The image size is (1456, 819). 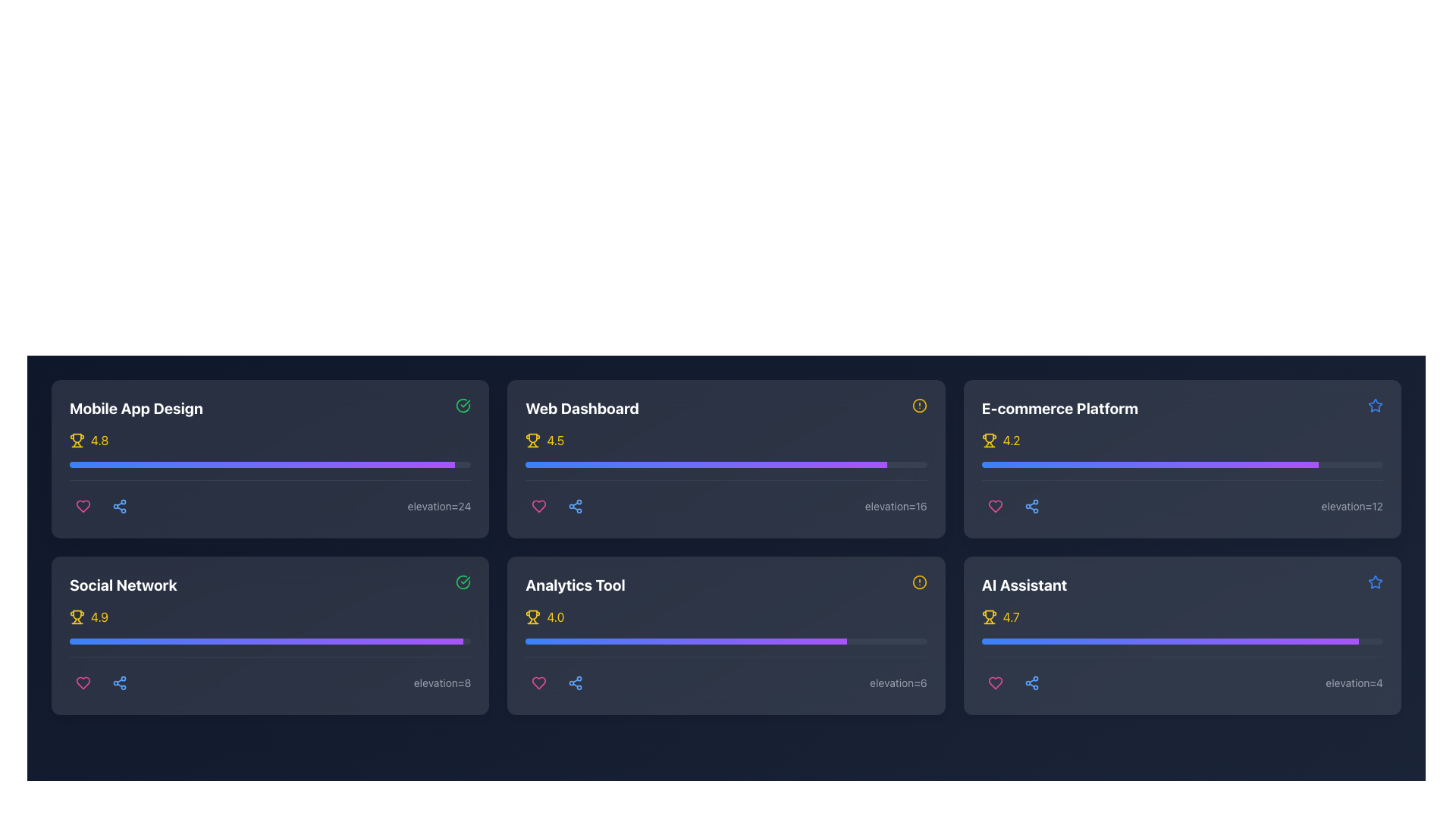 What do you see at coordinates (1376, 581) in the screenshot?
I see `the star icon with a hollow interior and blue outline located in the header area of the 'AI Assistant' card panel` at bounding box center [1376, 581].